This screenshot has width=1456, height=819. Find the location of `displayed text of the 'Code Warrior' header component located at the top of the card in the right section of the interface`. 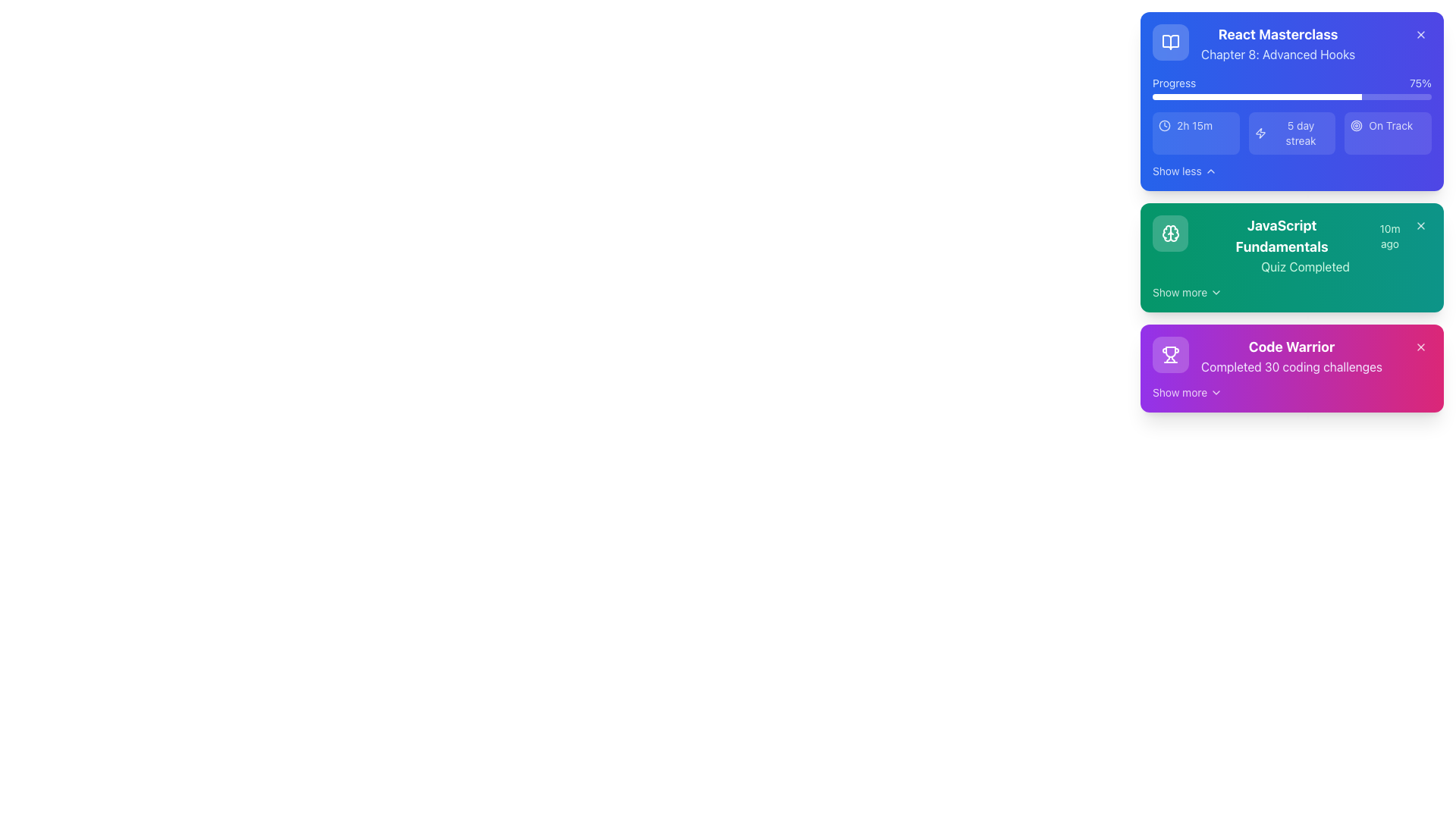

displayed text of the 'Code Warrior' header component located at the top of the card in the right section of the interface is located at coordinates (1291, 347).